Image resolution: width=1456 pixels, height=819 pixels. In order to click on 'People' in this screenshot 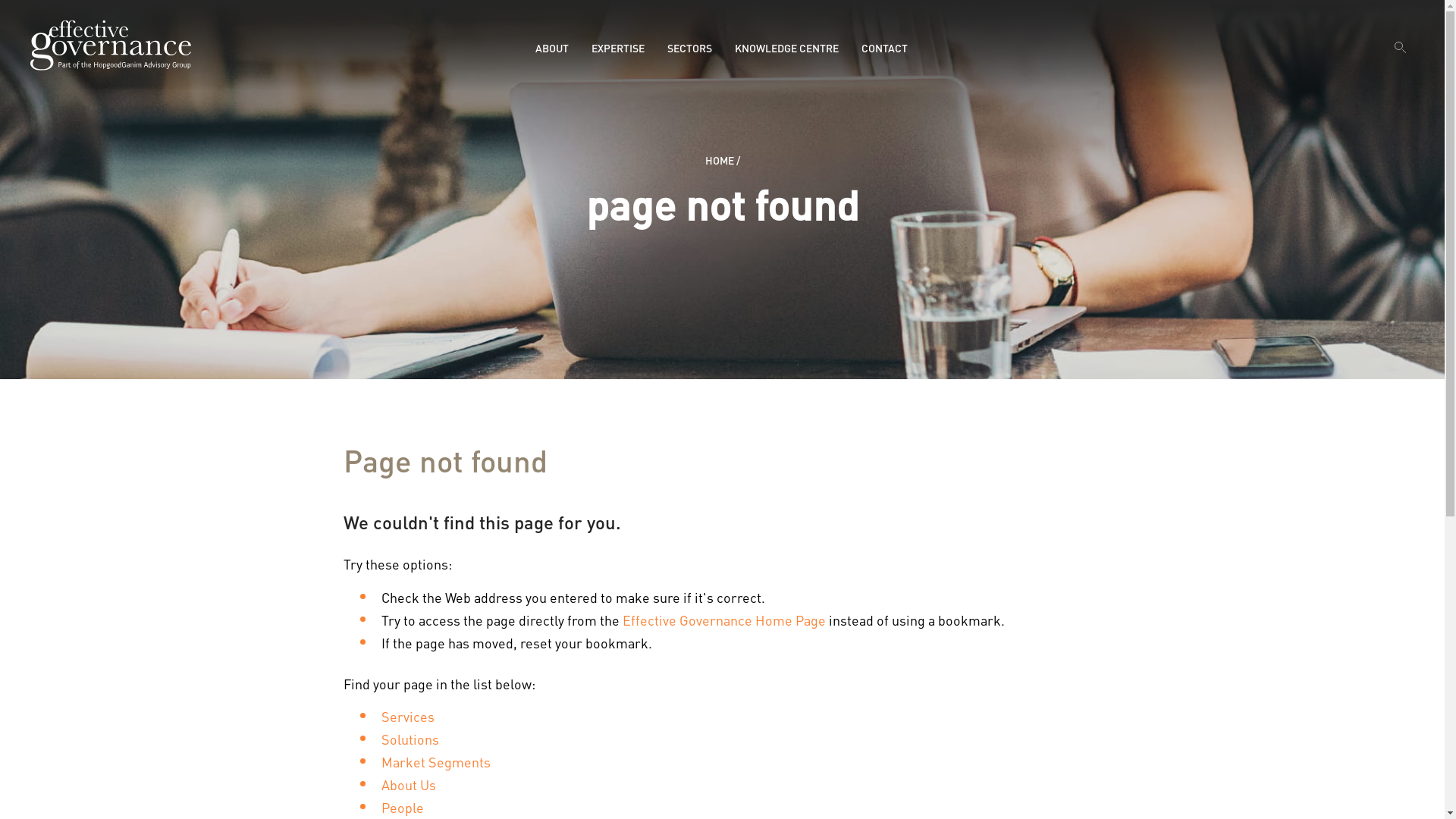, I will do `click(401, 806)`.